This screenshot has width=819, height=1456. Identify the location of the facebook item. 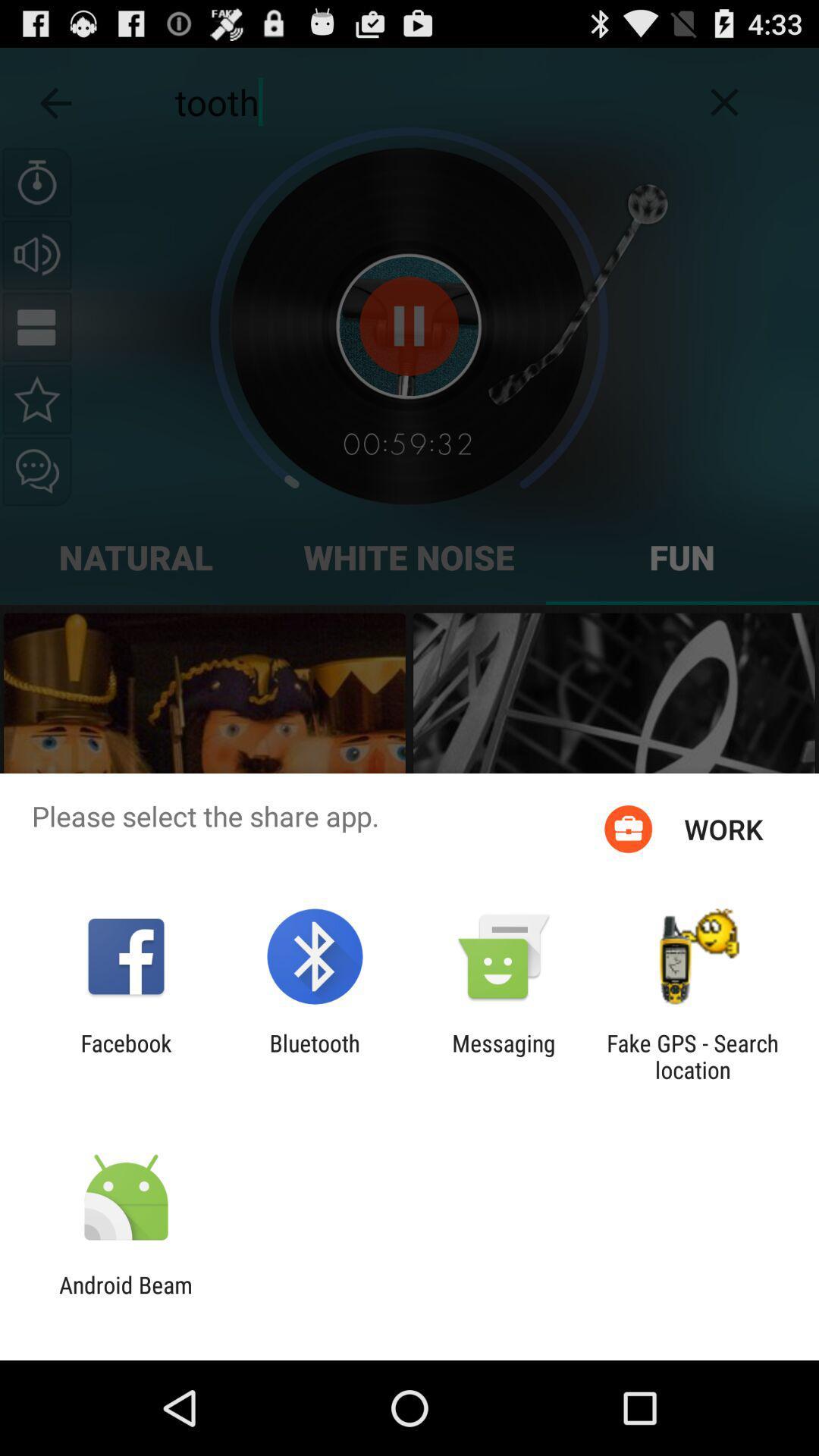
(125, 1056).